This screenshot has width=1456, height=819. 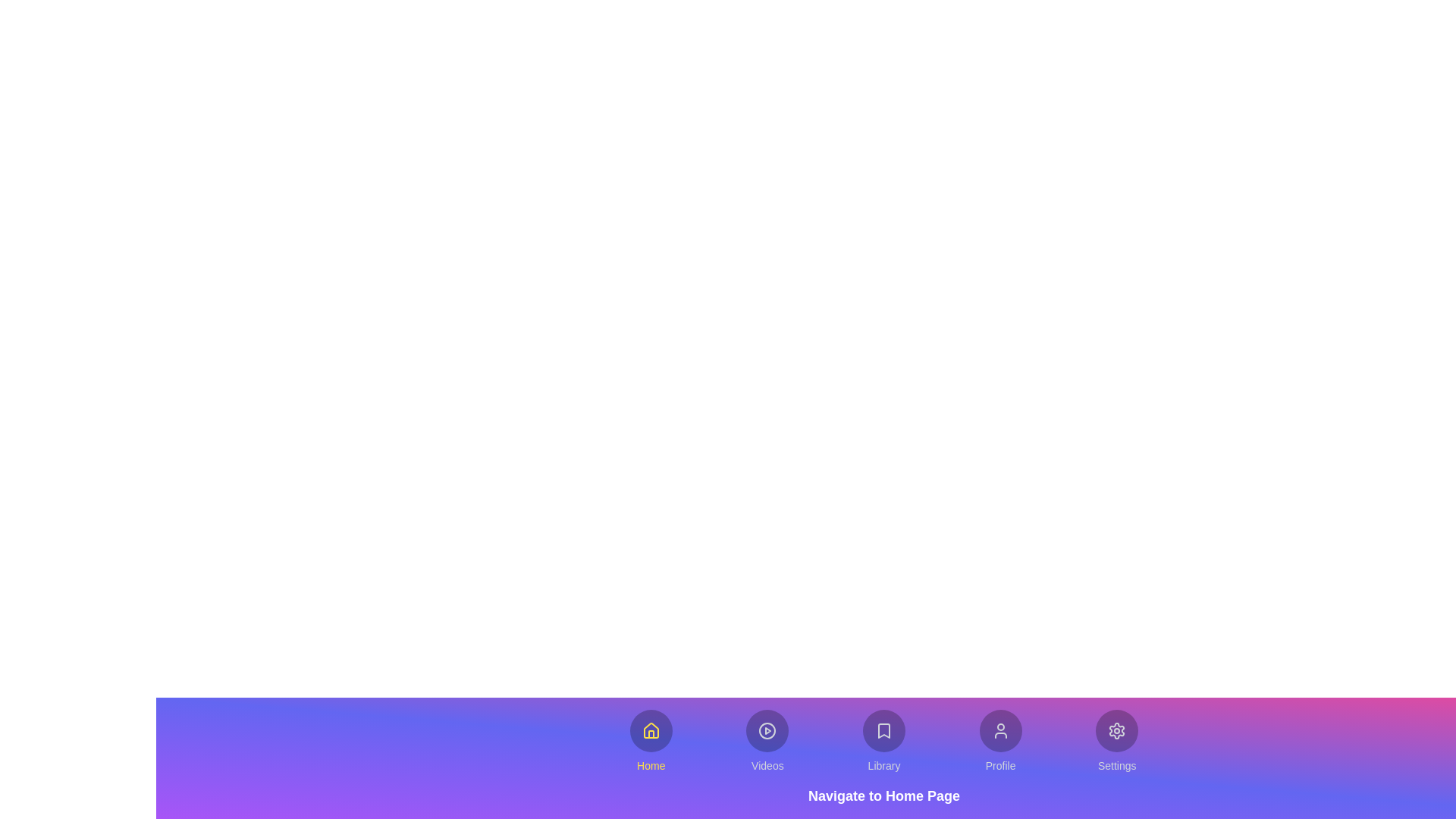 I want to click on the tab labeled Library in the navigation bar, so click(x=884, y=741).